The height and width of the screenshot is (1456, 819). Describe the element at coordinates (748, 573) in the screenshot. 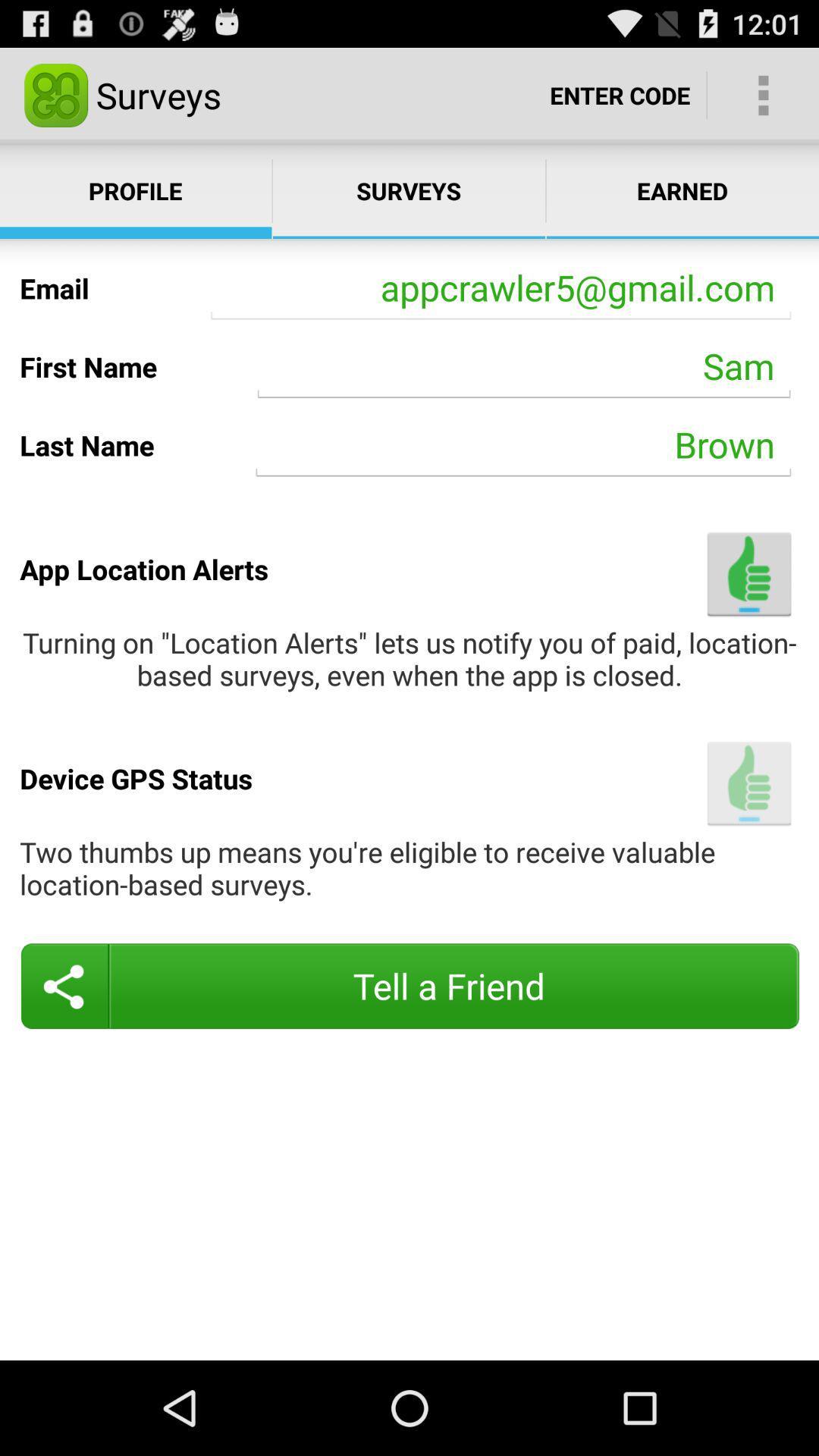

I see `the item below brown` at that location.